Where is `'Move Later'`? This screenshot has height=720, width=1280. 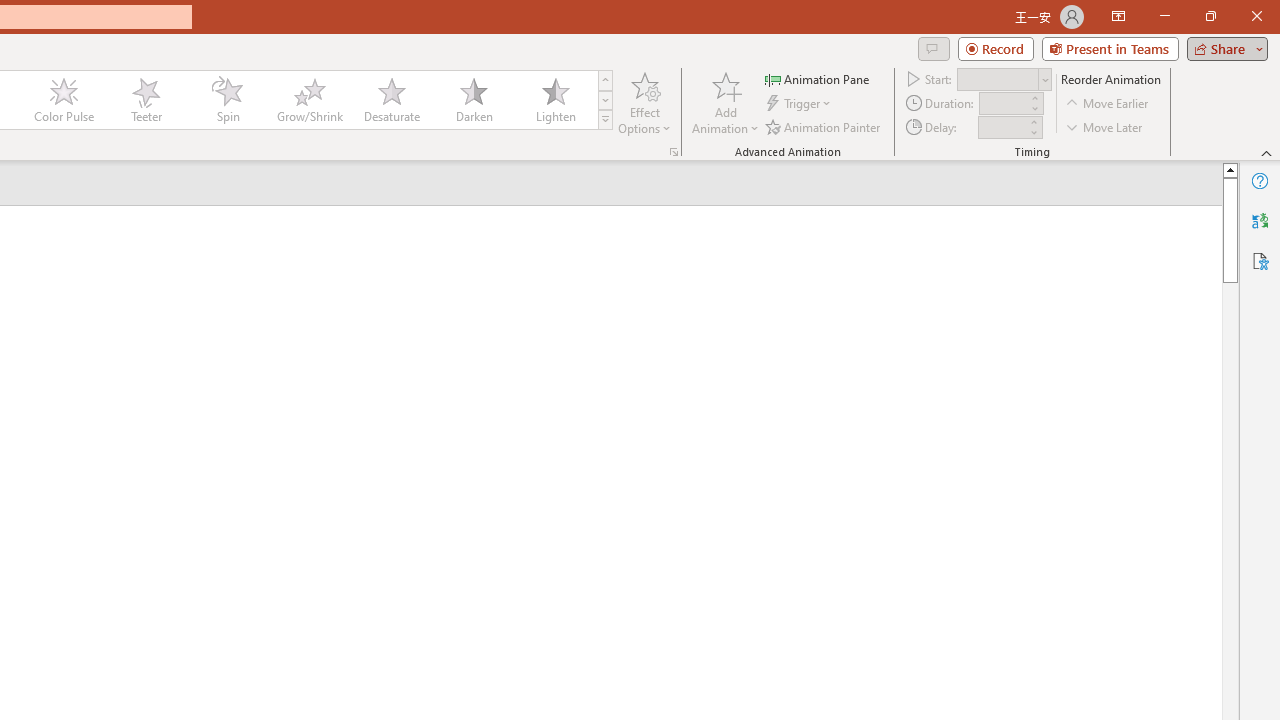 'Move Later' is located at coordinates (1104, 127).